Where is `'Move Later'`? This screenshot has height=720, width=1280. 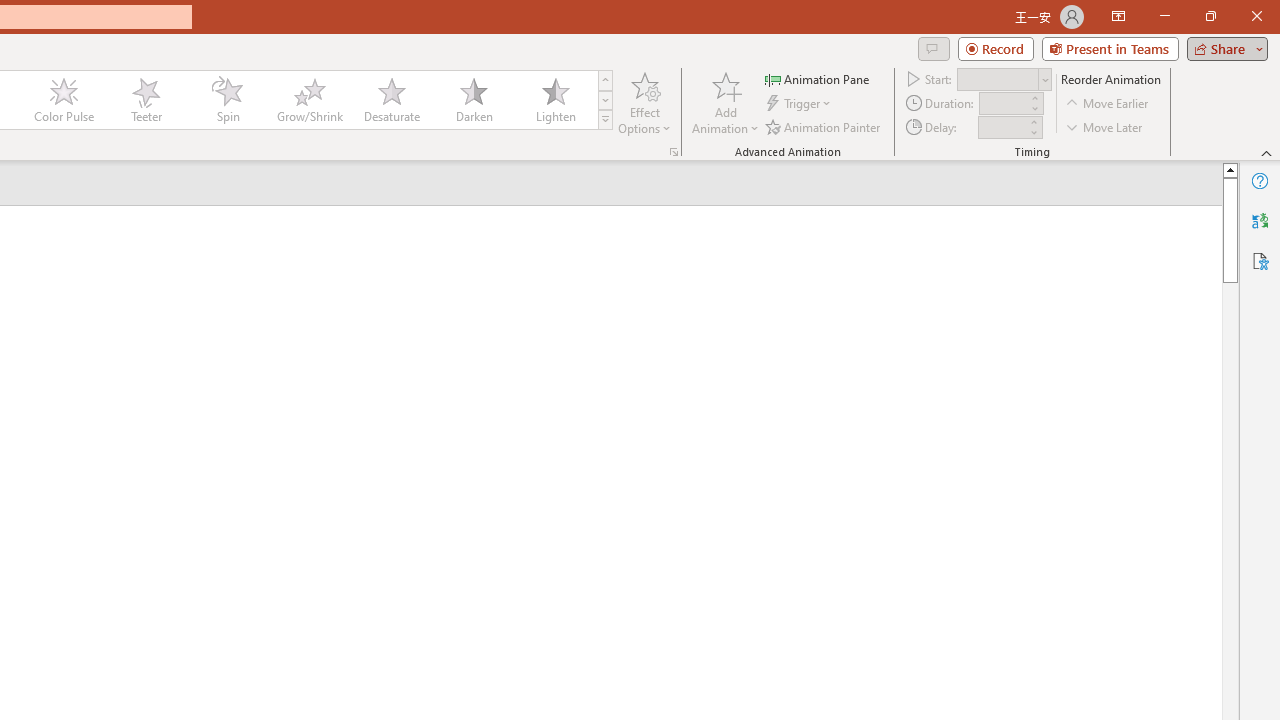 'Move Later' is located at coordinates (1104, 127).